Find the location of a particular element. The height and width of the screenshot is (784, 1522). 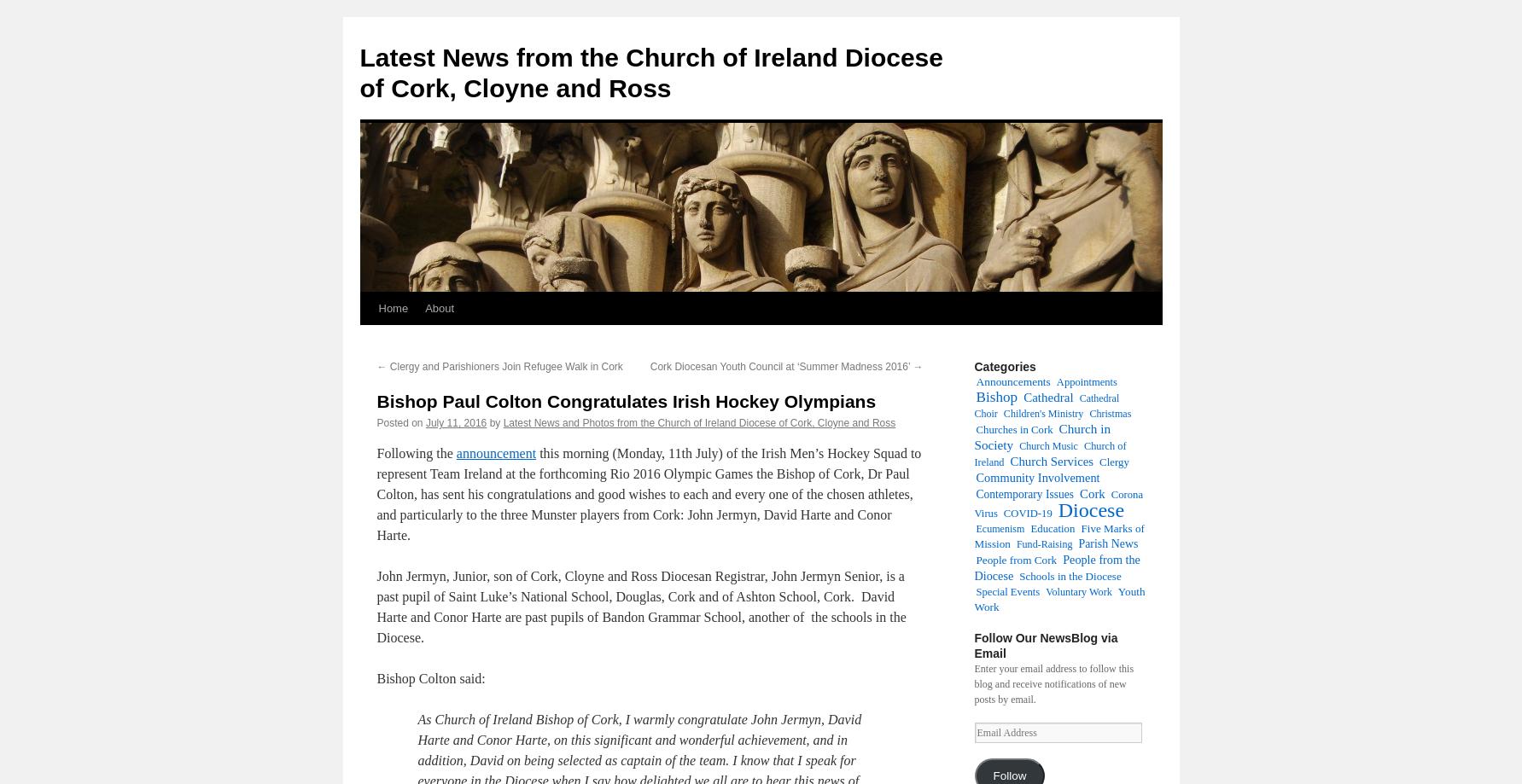

'Enter your email address to follow this blog and receive notifications of new posts by email.' is located at coordinates (1053, 684).